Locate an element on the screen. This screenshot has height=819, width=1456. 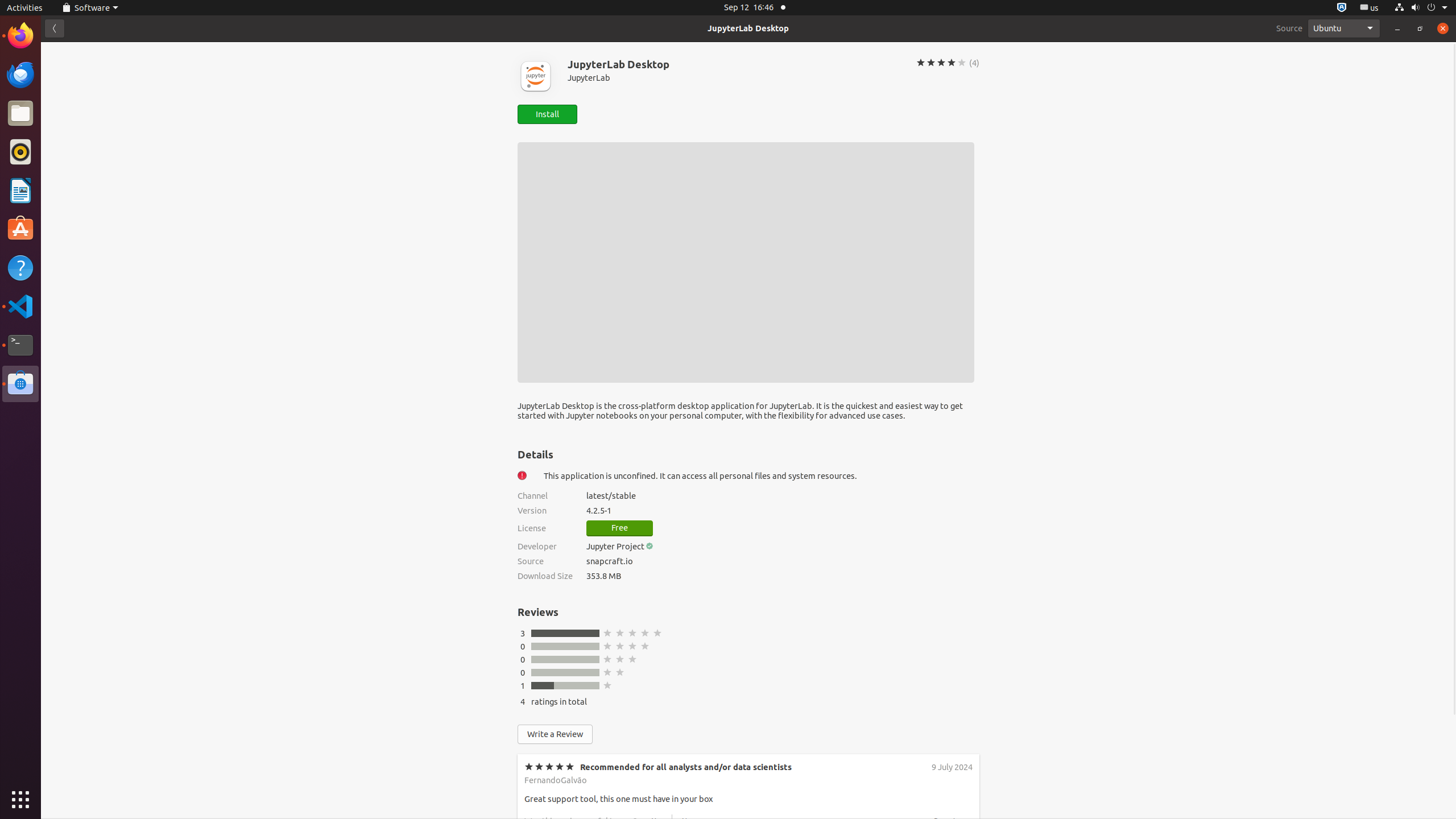
'Download Size' is located at coordinates (544, 575).